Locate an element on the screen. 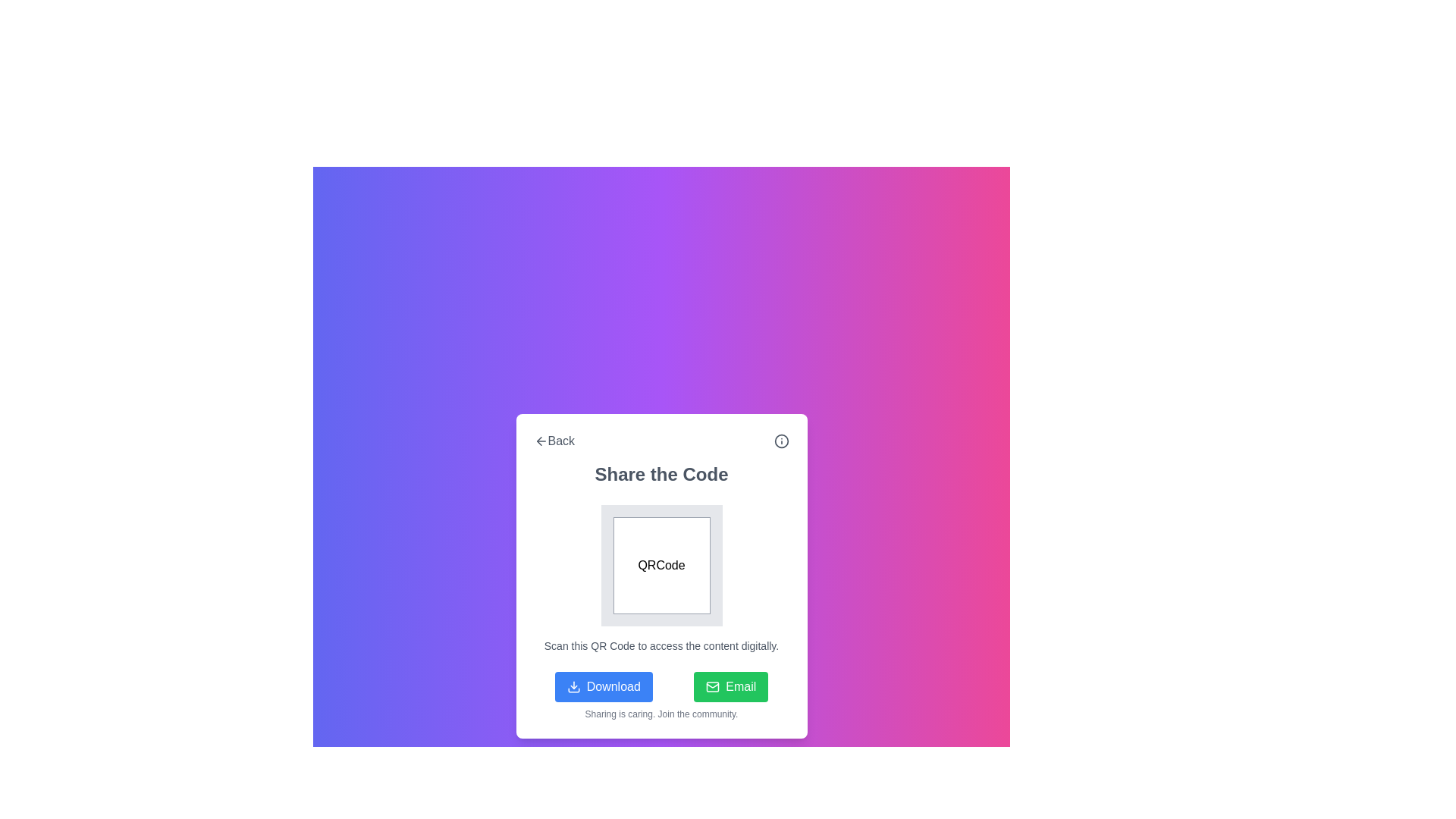  the blue 'Download' button with white text and a download icon, located in the bottom row of the modal dialog is located at coordinates (603, 687).